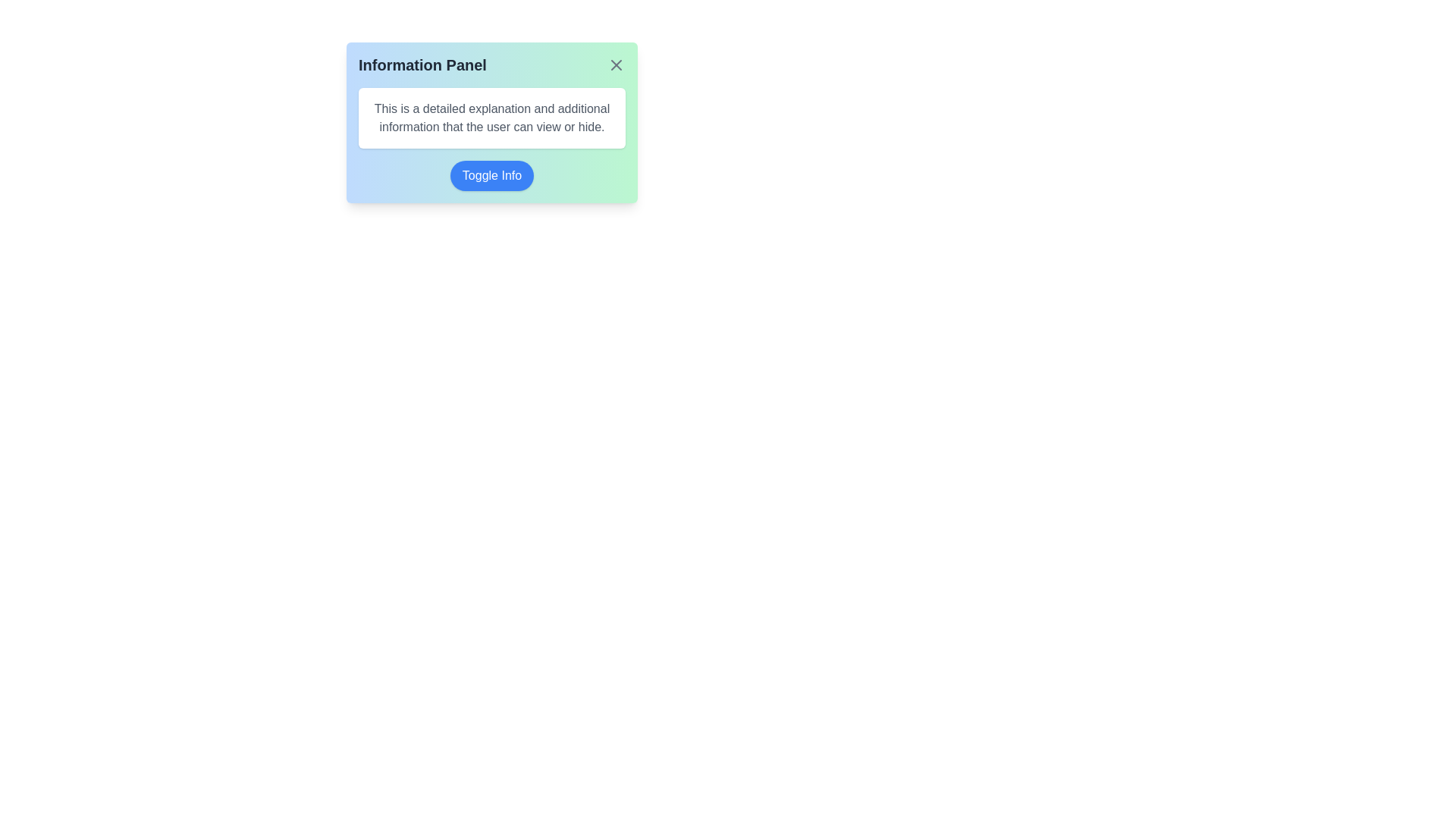 The image size is (1456, 819). What do you see at coordinates (491, 117) in the screenshot?
I see `the Text Label that displays additional explanations or details, located in the 'Information Panel' below the title text and above the 'Toggle Info' button` at bounding box center [491, 117].